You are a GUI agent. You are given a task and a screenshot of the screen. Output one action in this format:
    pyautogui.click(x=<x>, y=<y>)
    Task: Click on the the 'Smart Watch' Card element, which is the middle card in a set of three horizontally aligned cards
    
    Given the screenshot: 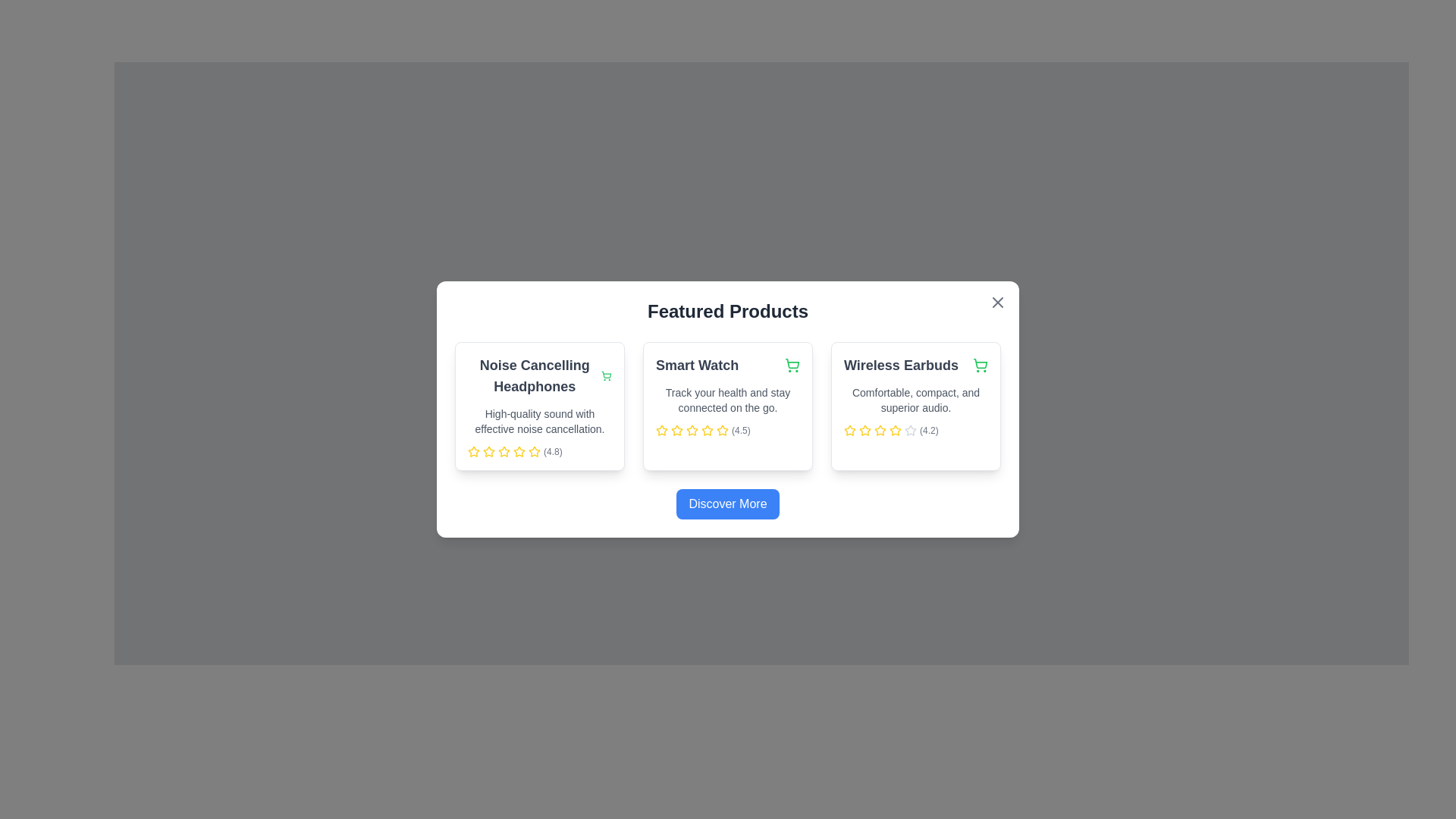 What is the action you would take?
    pyautogui.click(x=728, y=406)
    